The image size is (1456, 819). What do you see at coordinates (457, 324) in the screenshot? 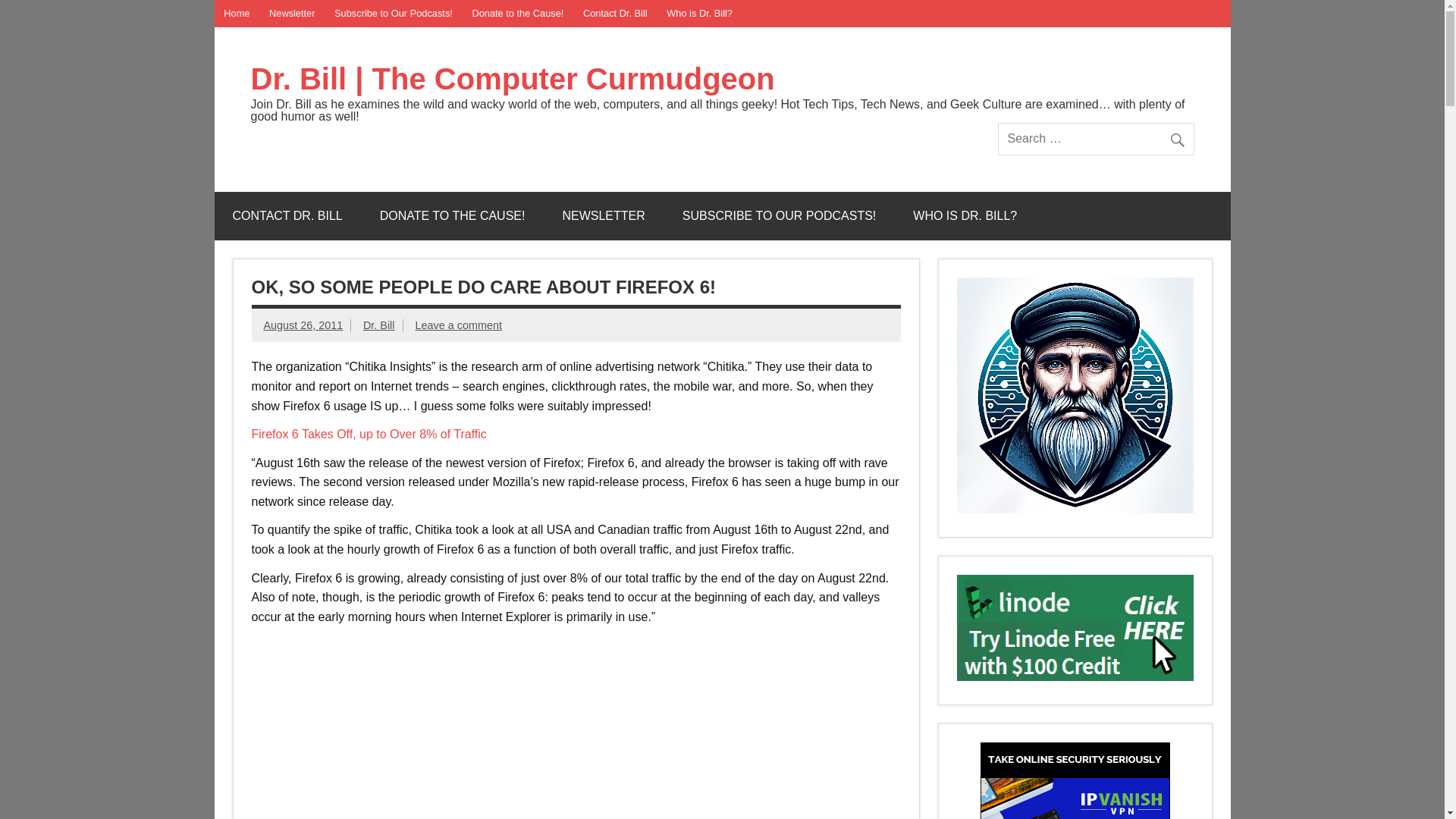
I see `'Leave a comment'` at bounding box center [457, 324].